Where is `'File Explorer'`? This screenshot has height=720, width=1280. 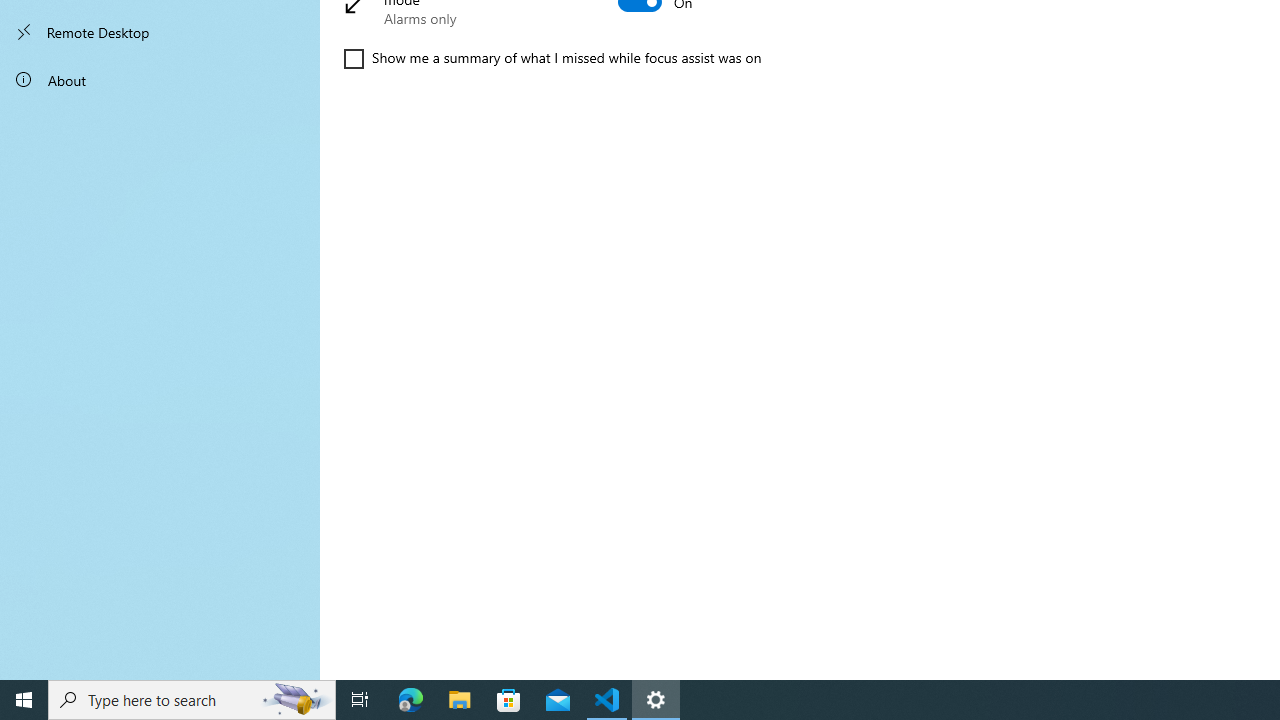
'File Explorer' is located at coordinates (459, 698).